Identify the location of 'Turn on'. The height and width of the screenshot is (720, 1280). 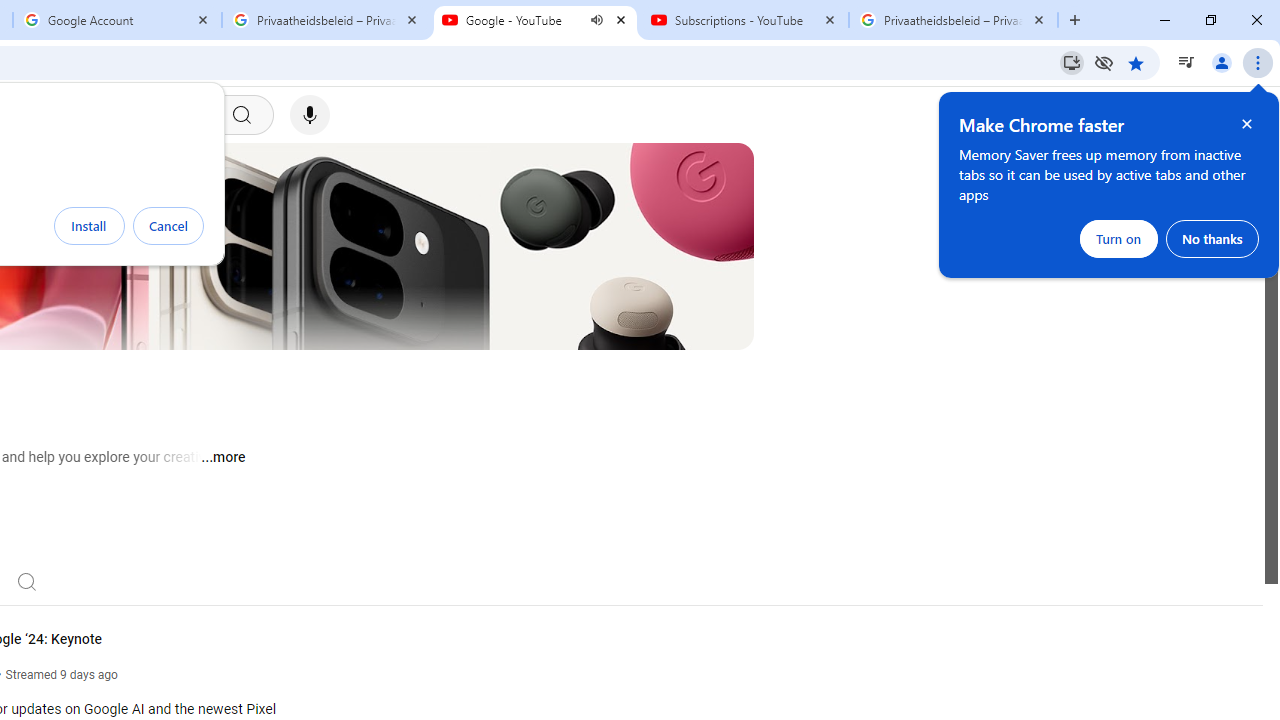
(1118, 238).